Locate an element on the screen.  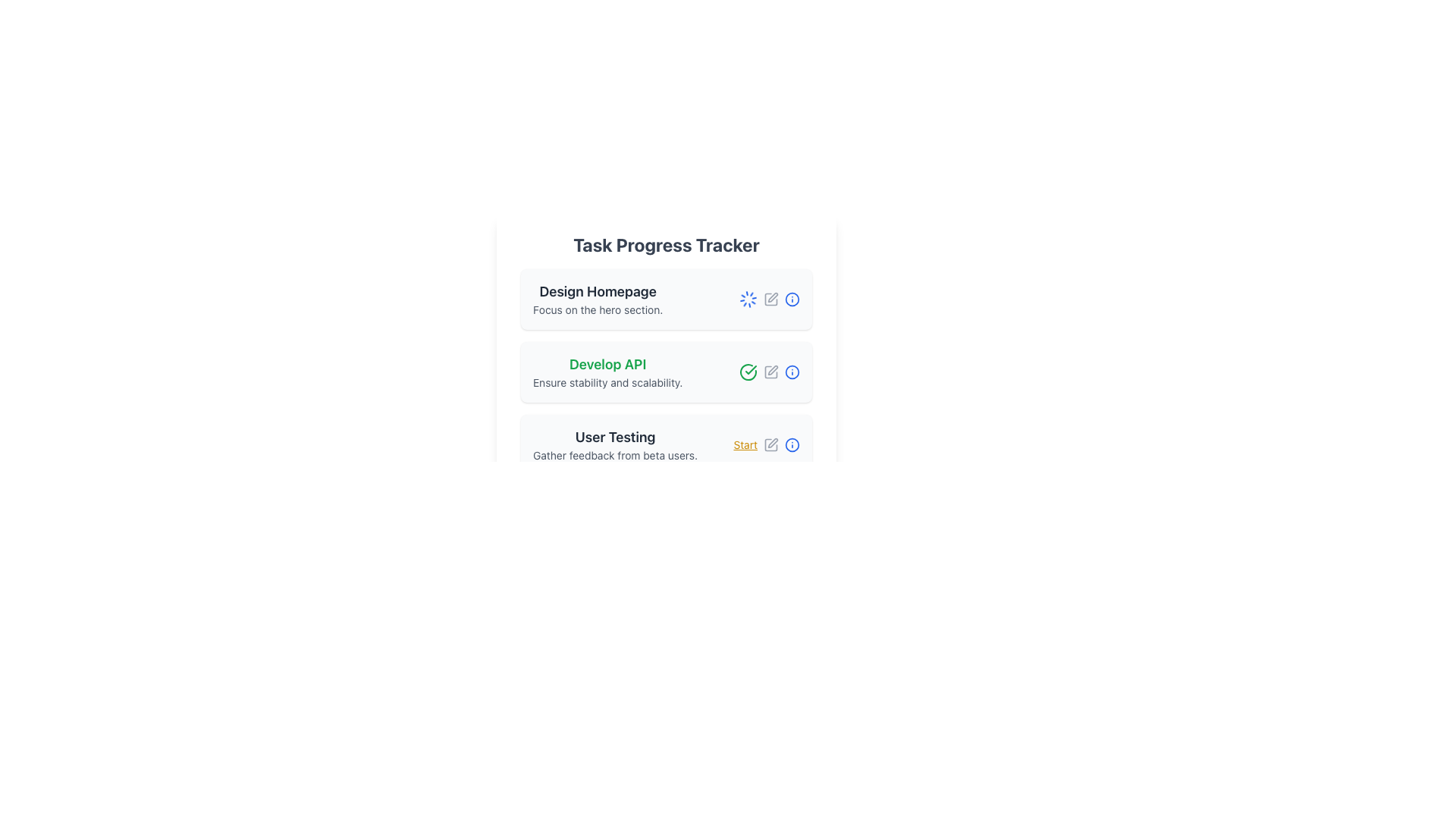
the pen icon button located to the right of the green checkmark icon is located at coordinates (773, 443).